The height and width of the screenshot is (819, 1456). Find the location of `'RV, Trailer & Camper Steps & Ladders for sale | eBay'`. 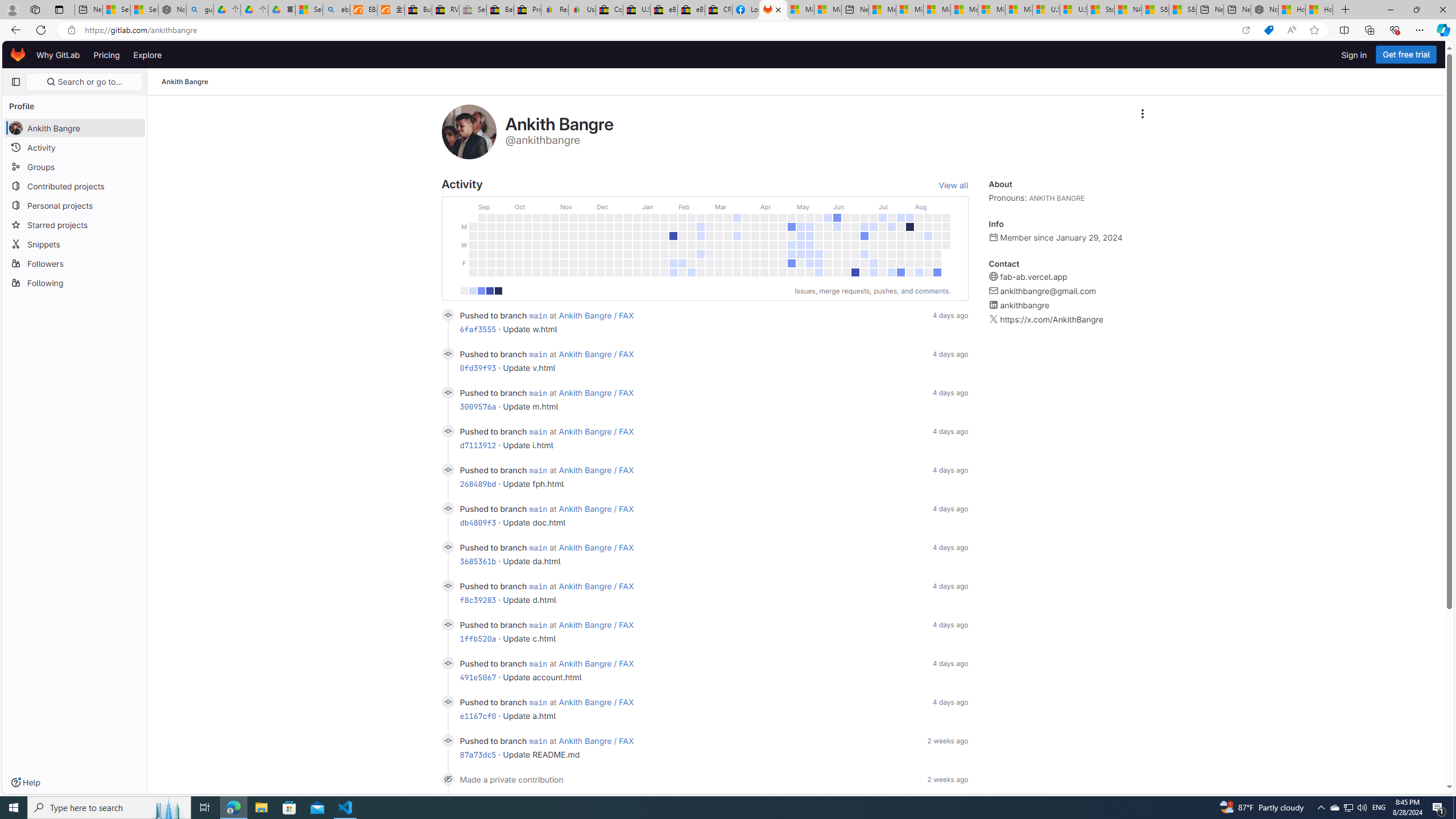

'RV, Trailer & Camper Steps & Ladders for sale | eBay' is located at coordinates (445, 9).